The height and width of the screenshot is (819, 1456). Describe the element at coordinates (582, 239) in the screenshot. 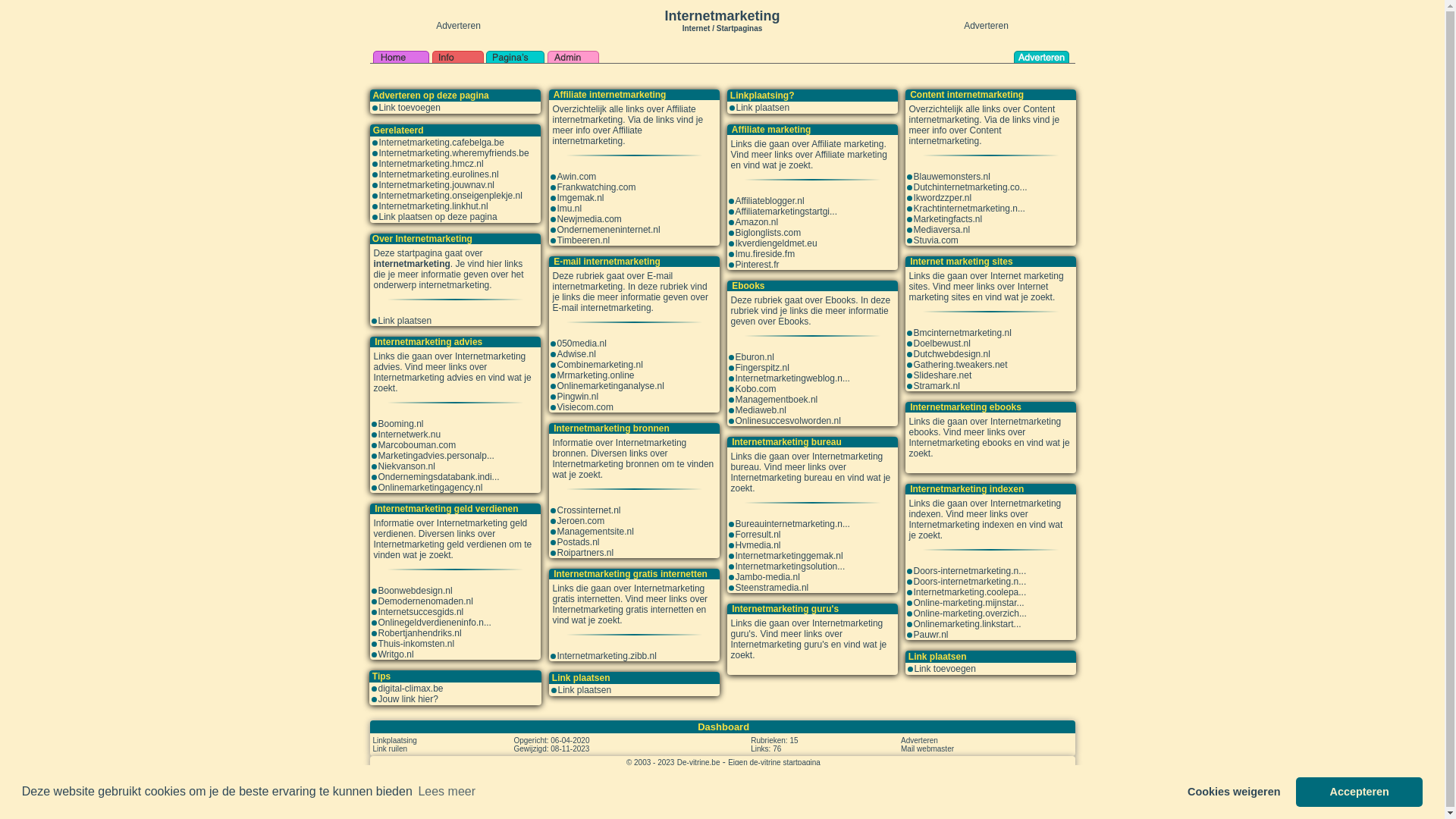

I see `'Timbeeren.nl'` at that location.